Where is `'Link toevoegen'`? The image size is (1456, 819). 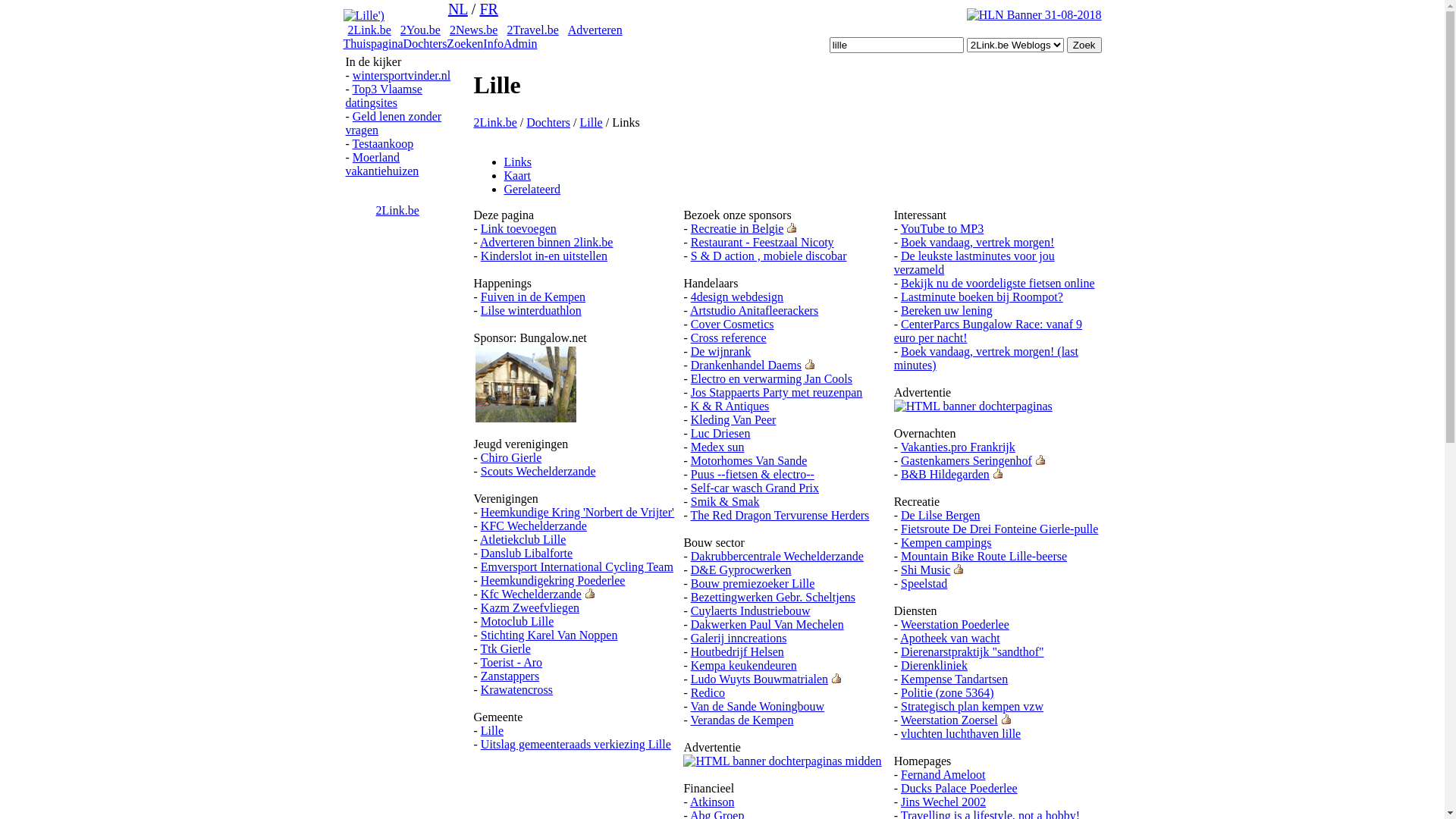 'Link toevoegen' is located at coordinates (518, 228).